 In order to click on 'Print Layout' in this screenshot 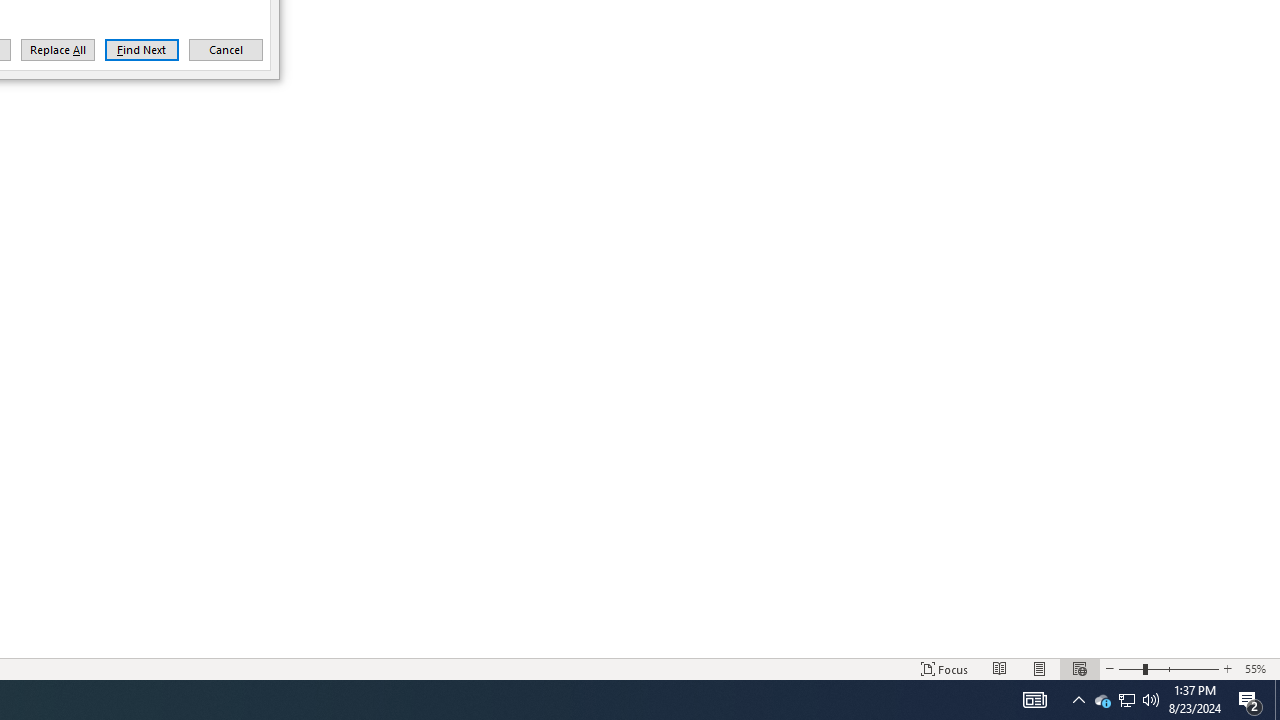, I will do `click(1040, 669)`.